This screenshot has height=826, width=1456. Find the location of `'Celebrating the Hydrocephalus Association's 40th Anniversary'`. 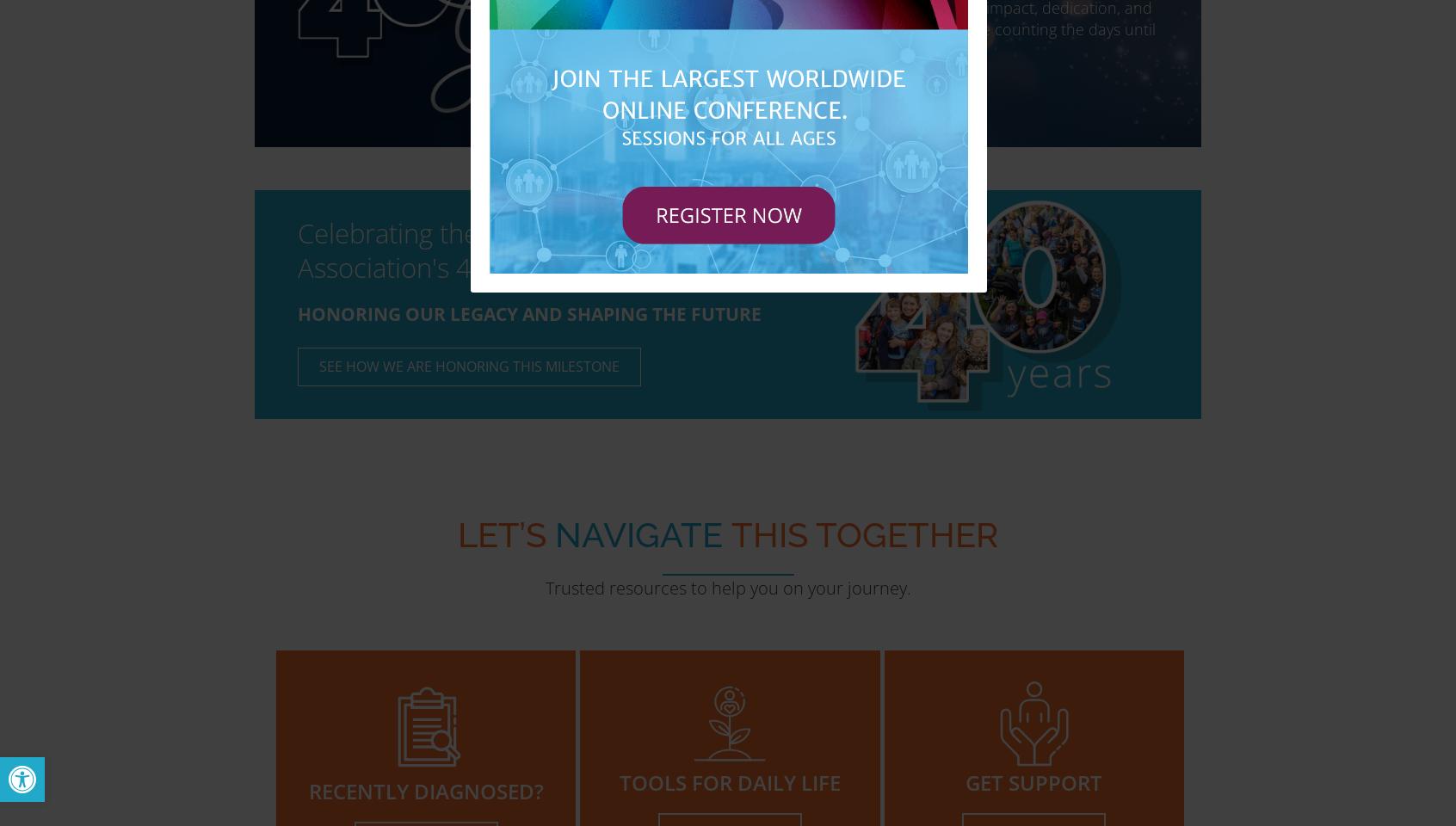

'Celebrating the Hydrocephalus Association's 40th Anniversary' is located at coordinates (480, 249).